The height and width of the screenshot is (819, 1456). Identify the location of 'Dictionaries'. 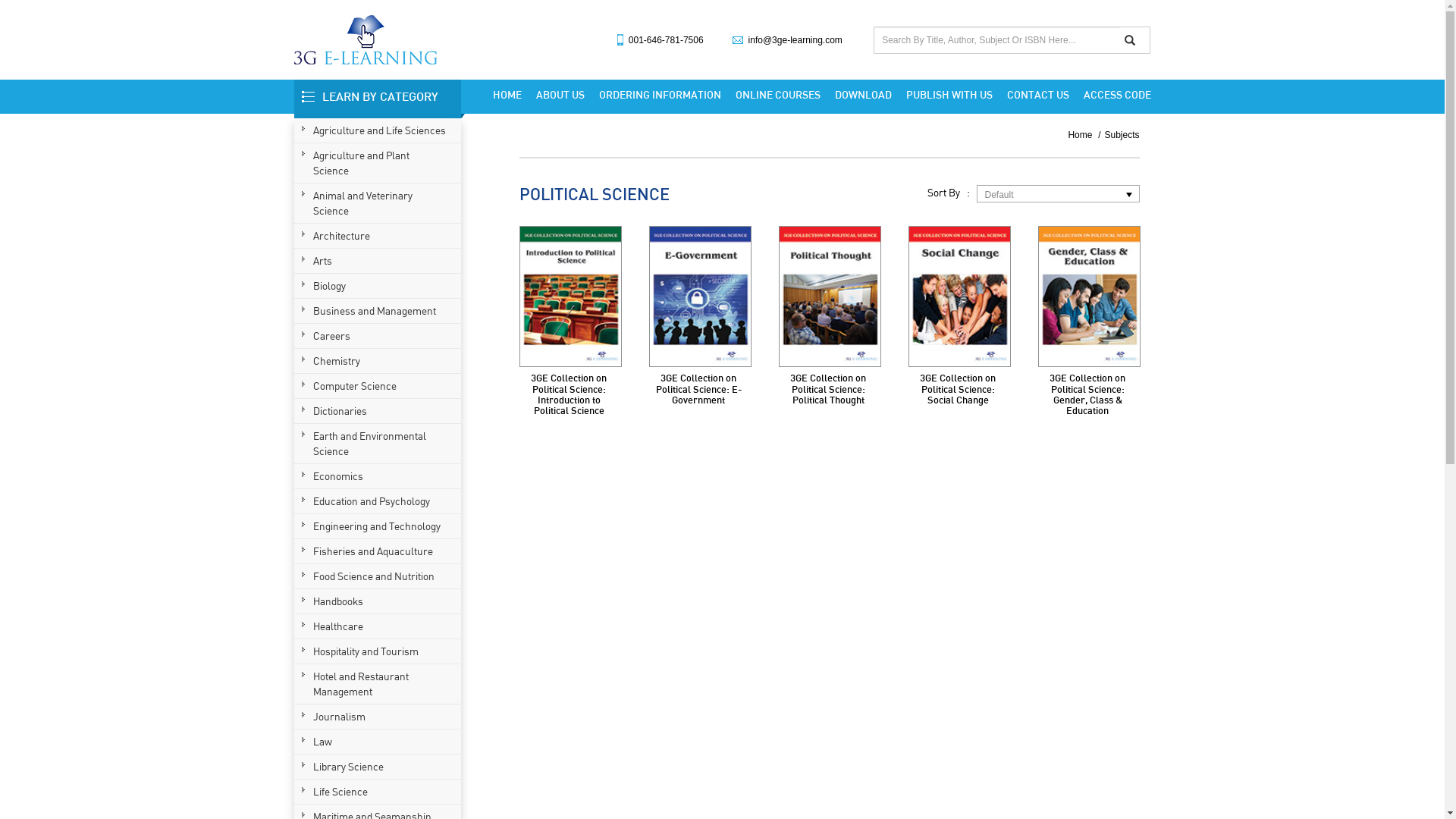
(378, 411).